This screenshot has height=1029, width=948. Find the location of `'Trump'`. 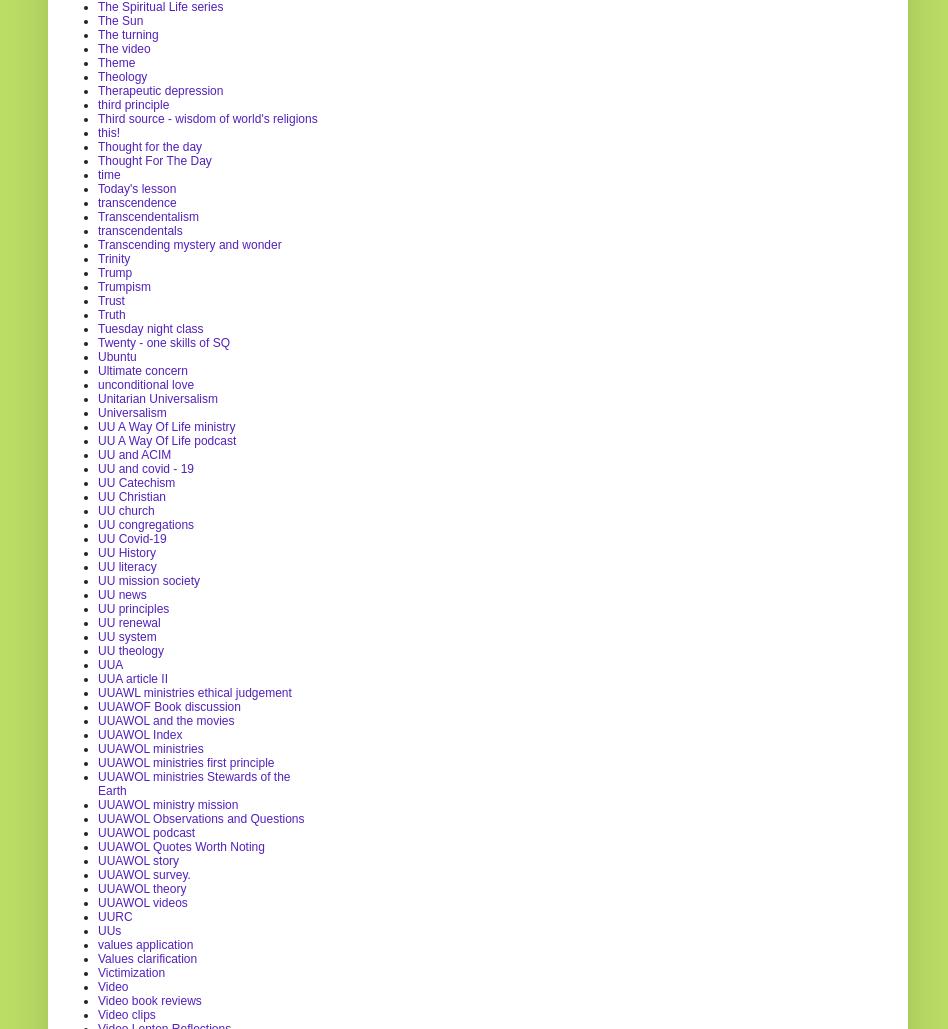

'Trump' is located at coordinates (114, 270).